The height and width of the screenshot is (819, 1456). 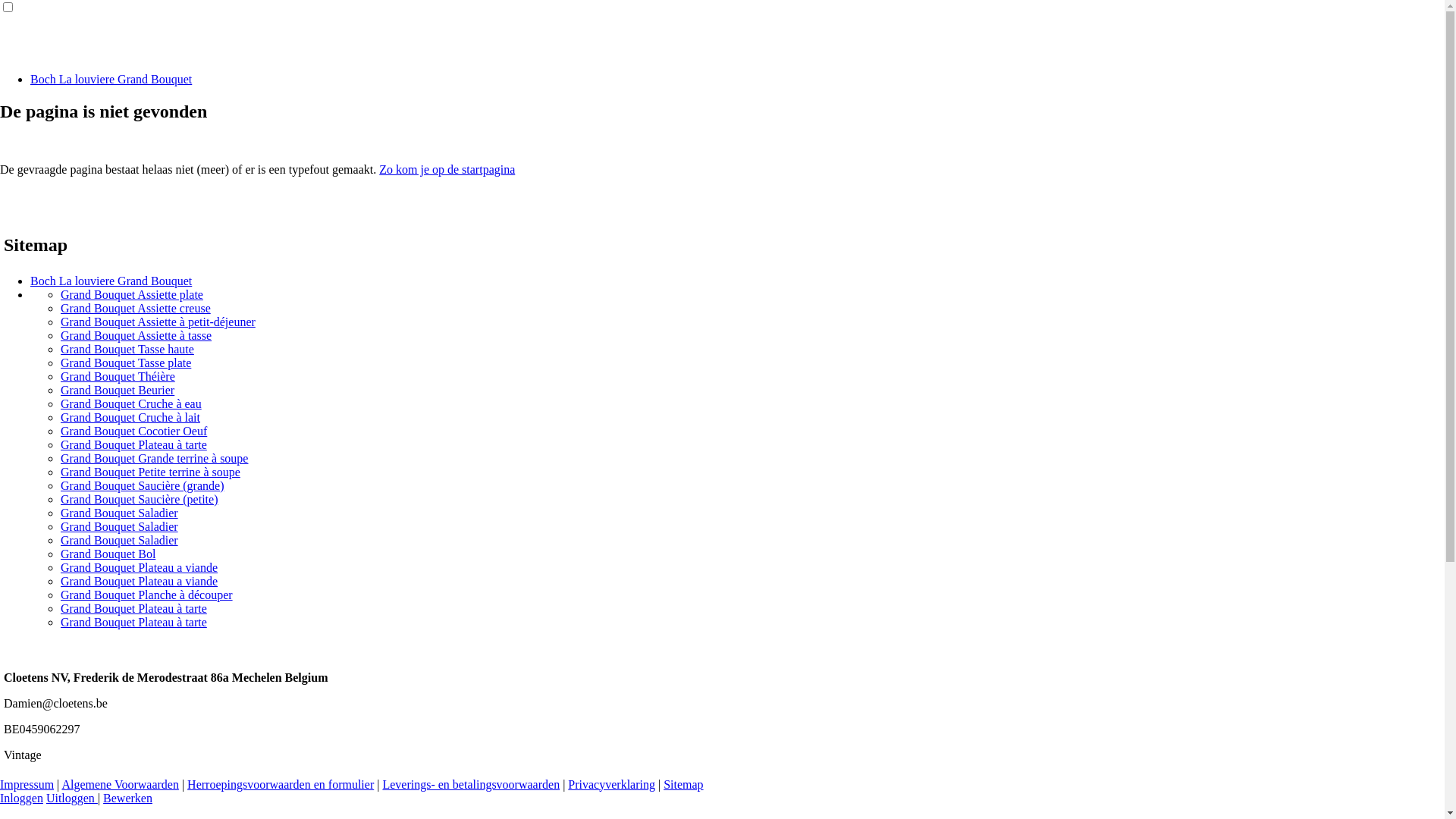 I want to click on 'Bewerken', so click(x=127, y=797).